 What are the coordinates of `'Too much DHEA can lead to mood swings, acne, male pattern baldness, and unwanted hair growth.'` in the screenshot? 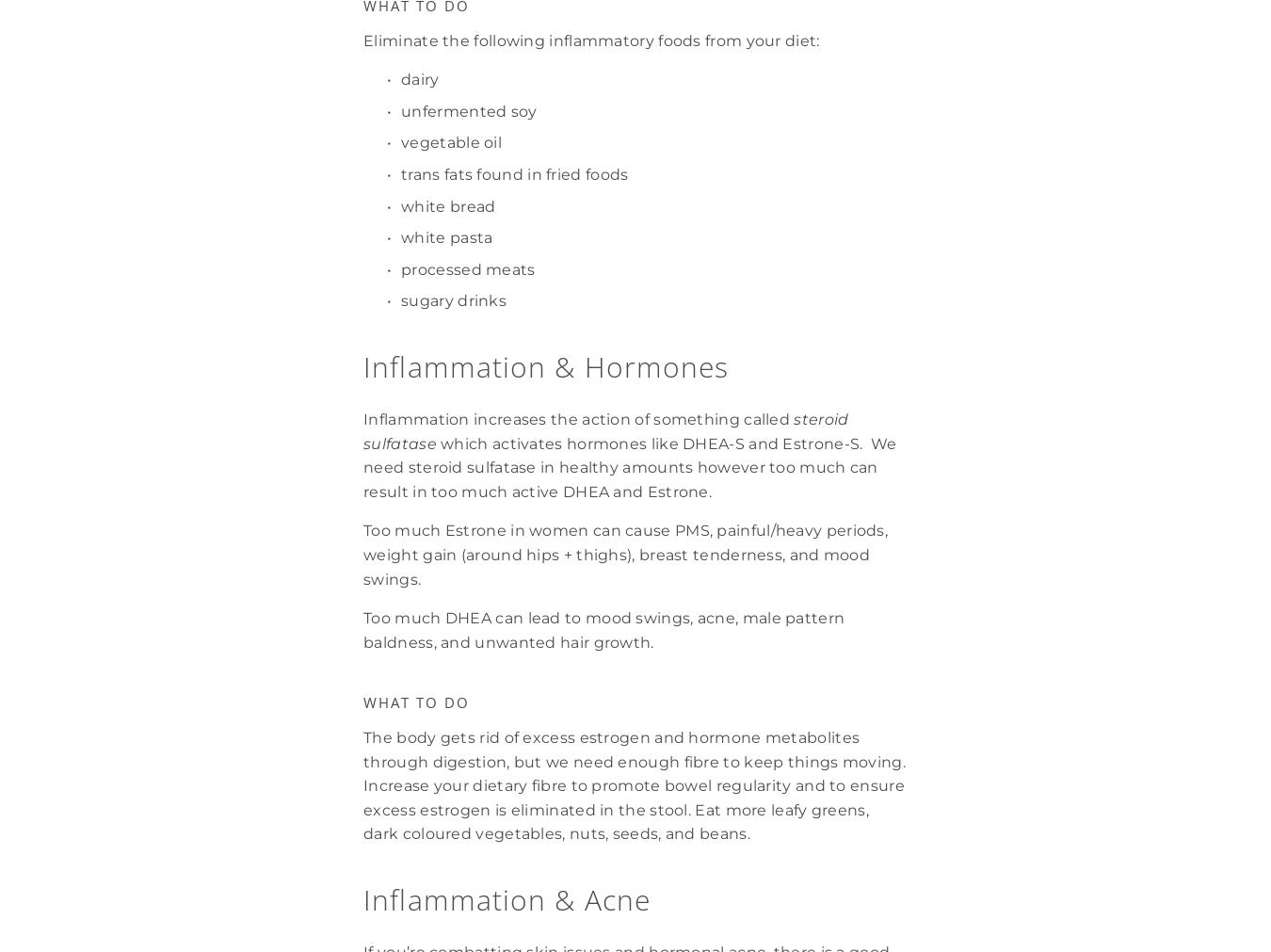 It's located at (605, 629).